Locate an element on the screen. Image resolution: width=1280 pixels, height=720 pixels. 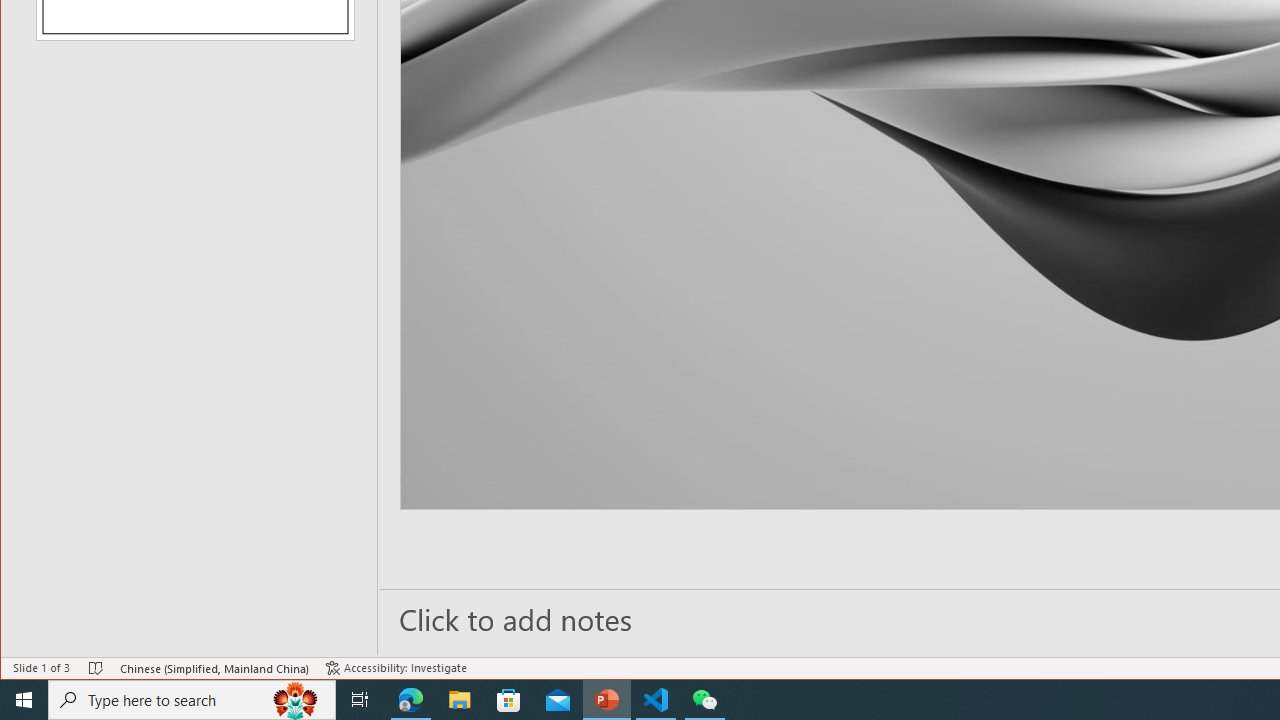
'File Explorer' is located at coordinates (459, 698).